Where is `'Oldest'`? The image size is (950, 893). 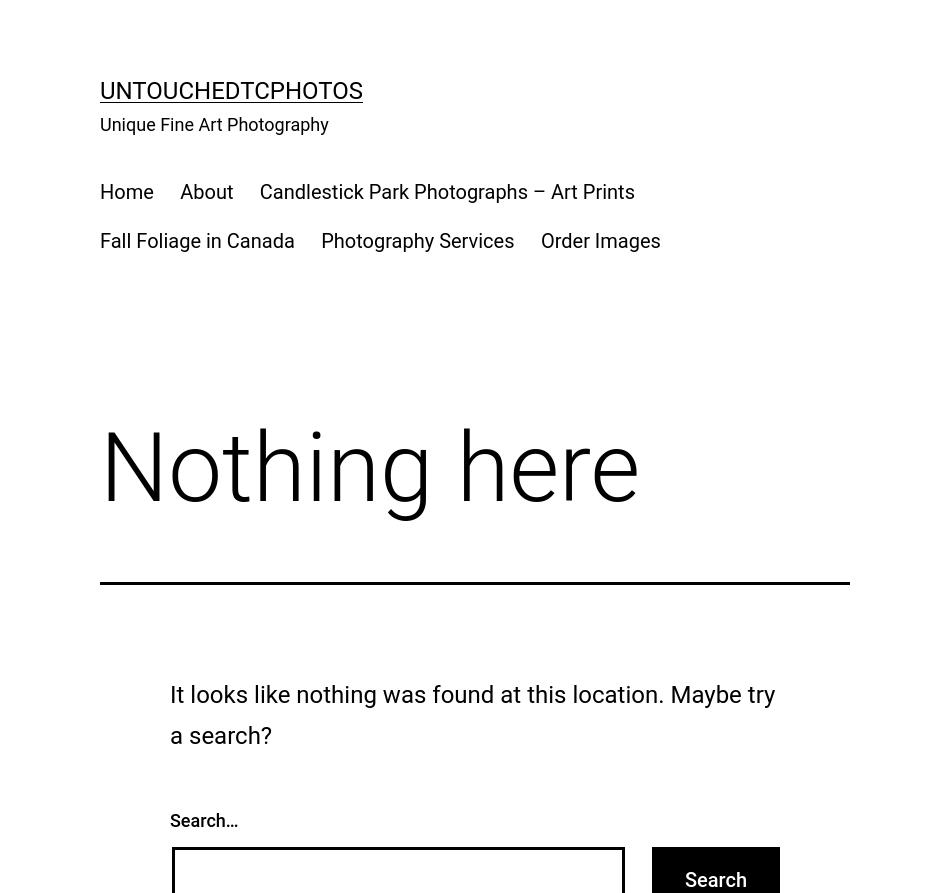 'Oldest' is located at coordinates (228, 142).